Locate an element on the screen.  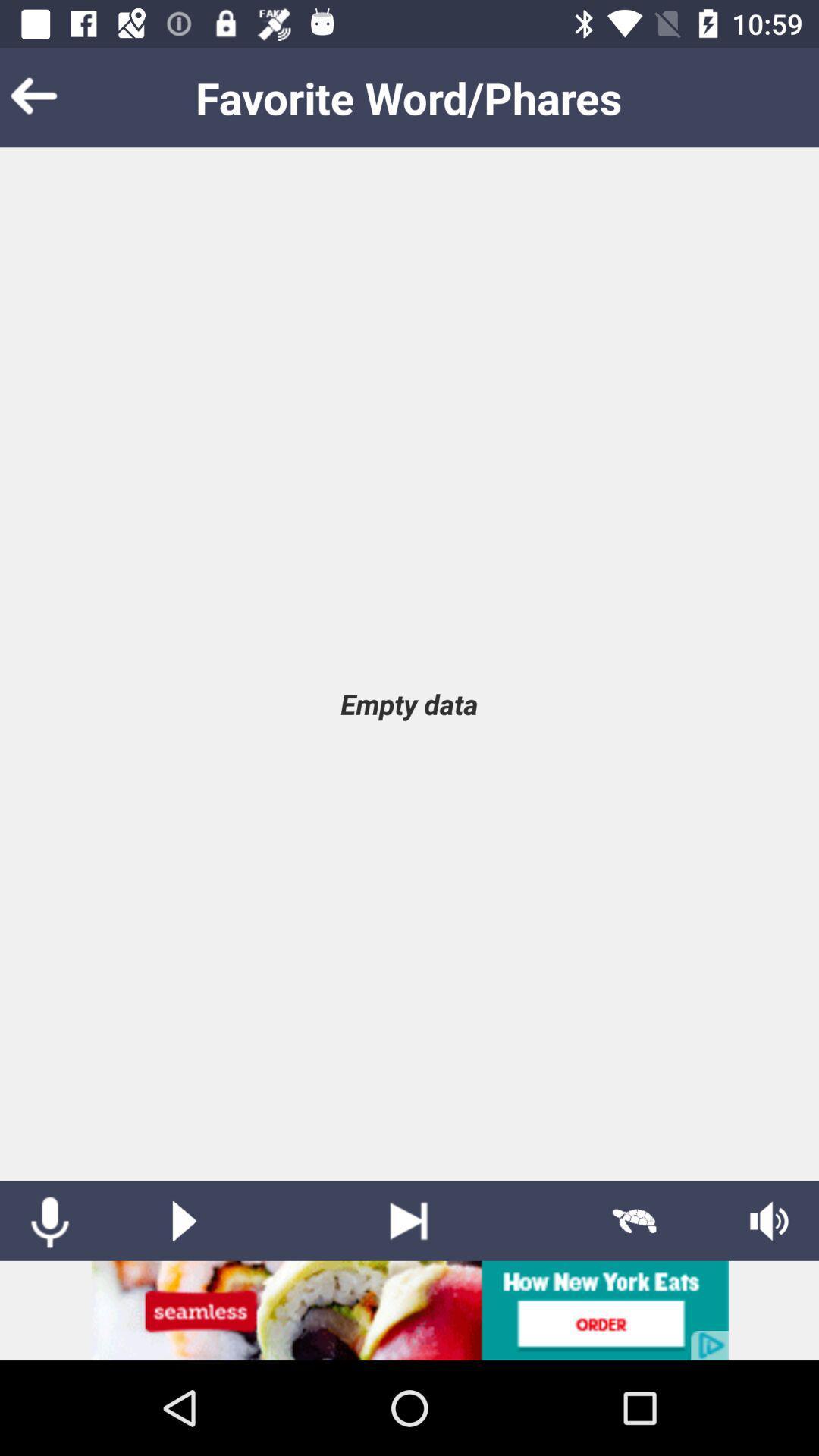
bok putton is located at coordinates (56, 96).